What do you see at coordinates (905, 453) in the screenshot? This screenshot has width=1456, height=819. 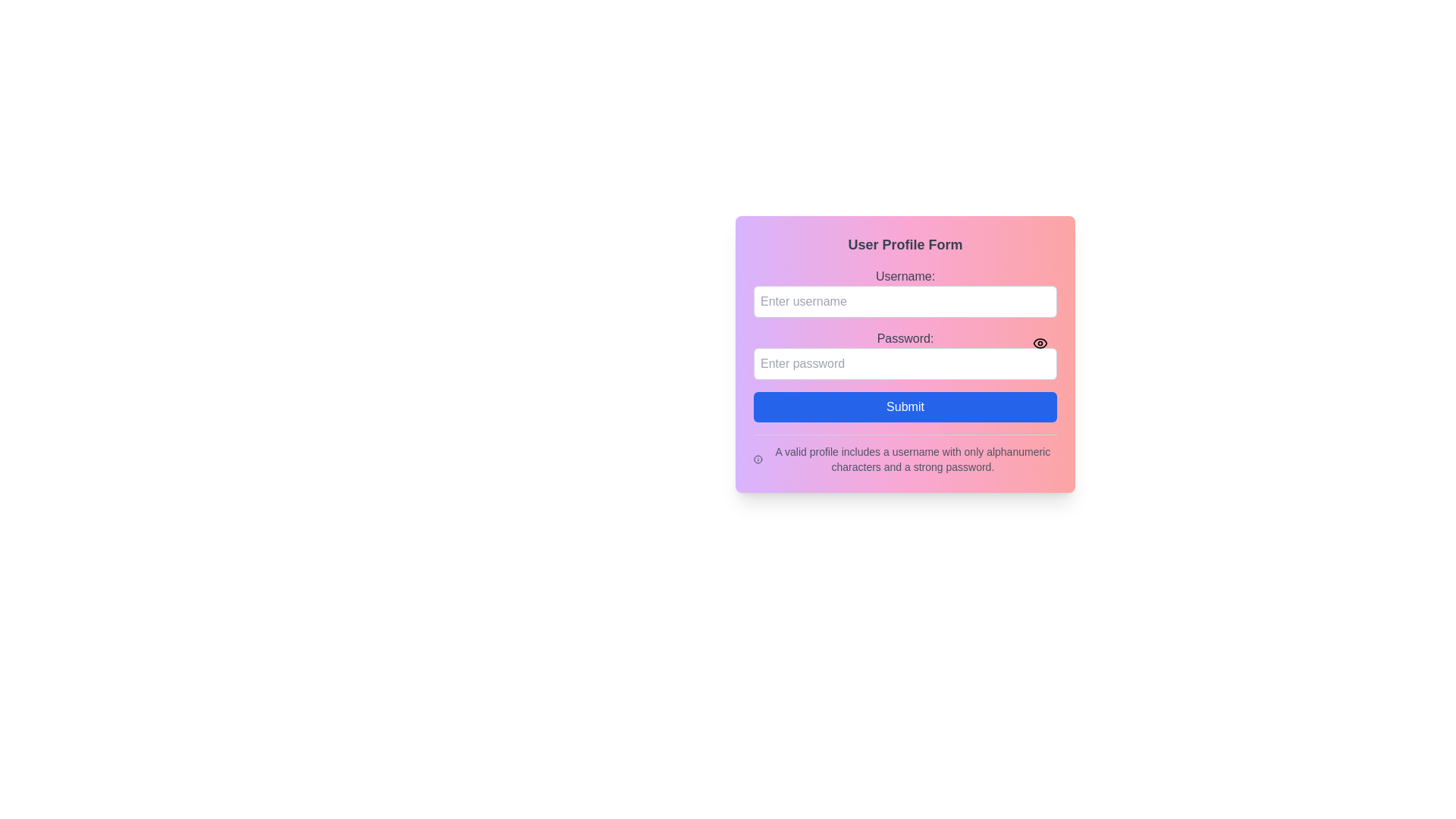 I see `the instructional text block that provides guidance on creating a valid profile, which includes details about username and password requirements` at bounding box center [905, 453].